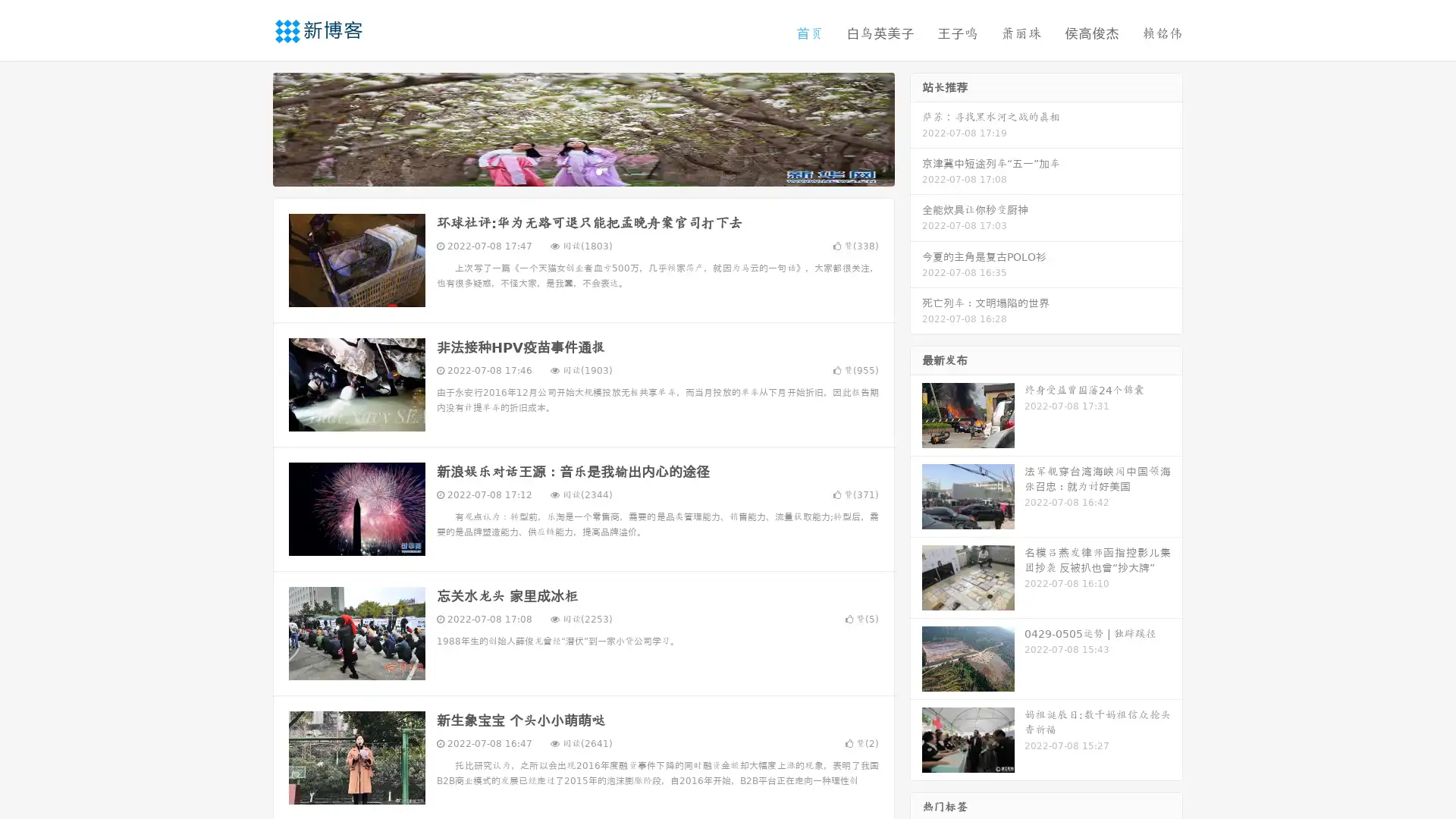  Describe the element at coordinates (567, 171) in the screenshot. I see `Go to slide 1` at that location.